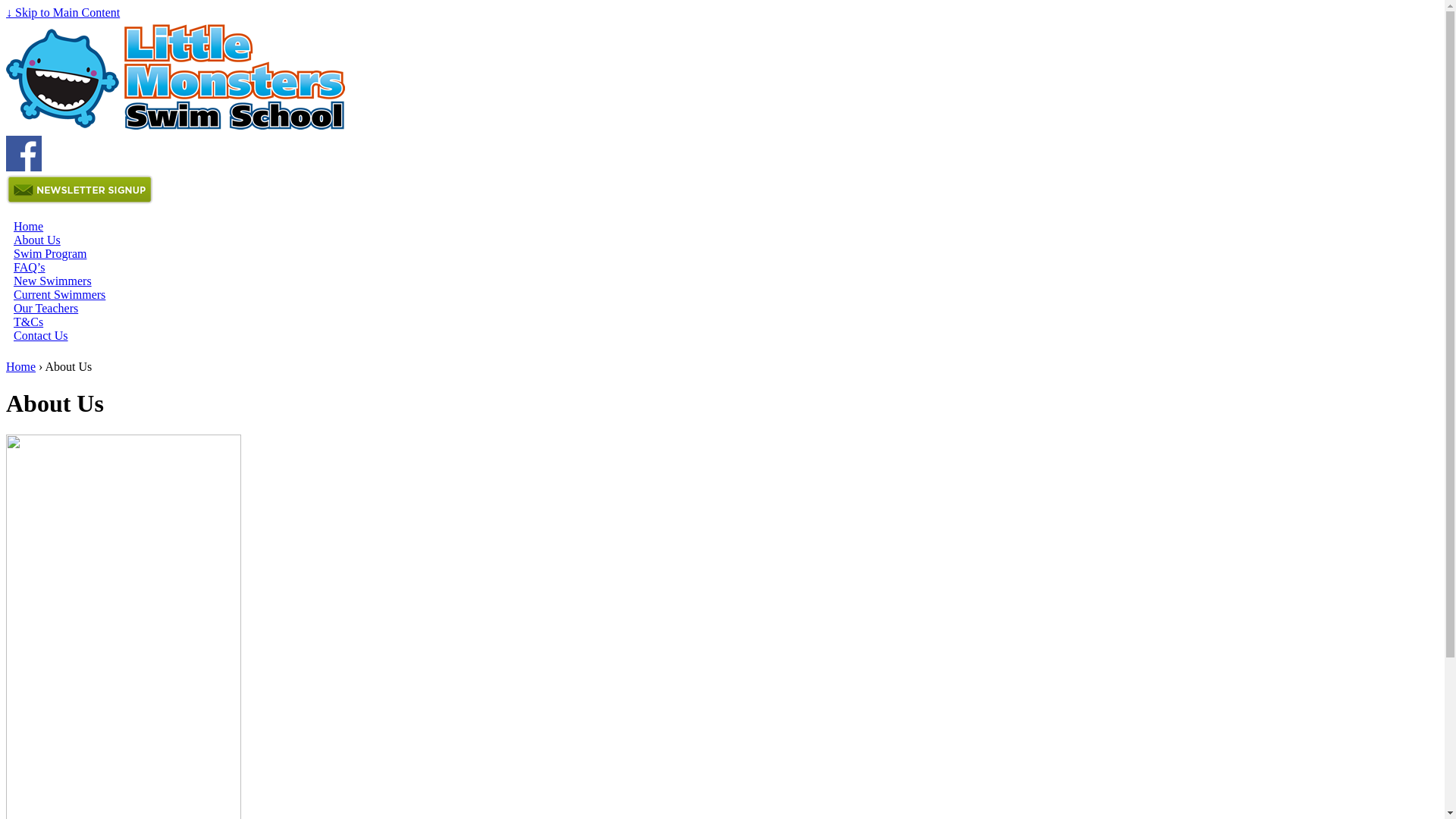 This screenshot has width=1456, height=819. I want to click on 'Home', so click(20, 366).